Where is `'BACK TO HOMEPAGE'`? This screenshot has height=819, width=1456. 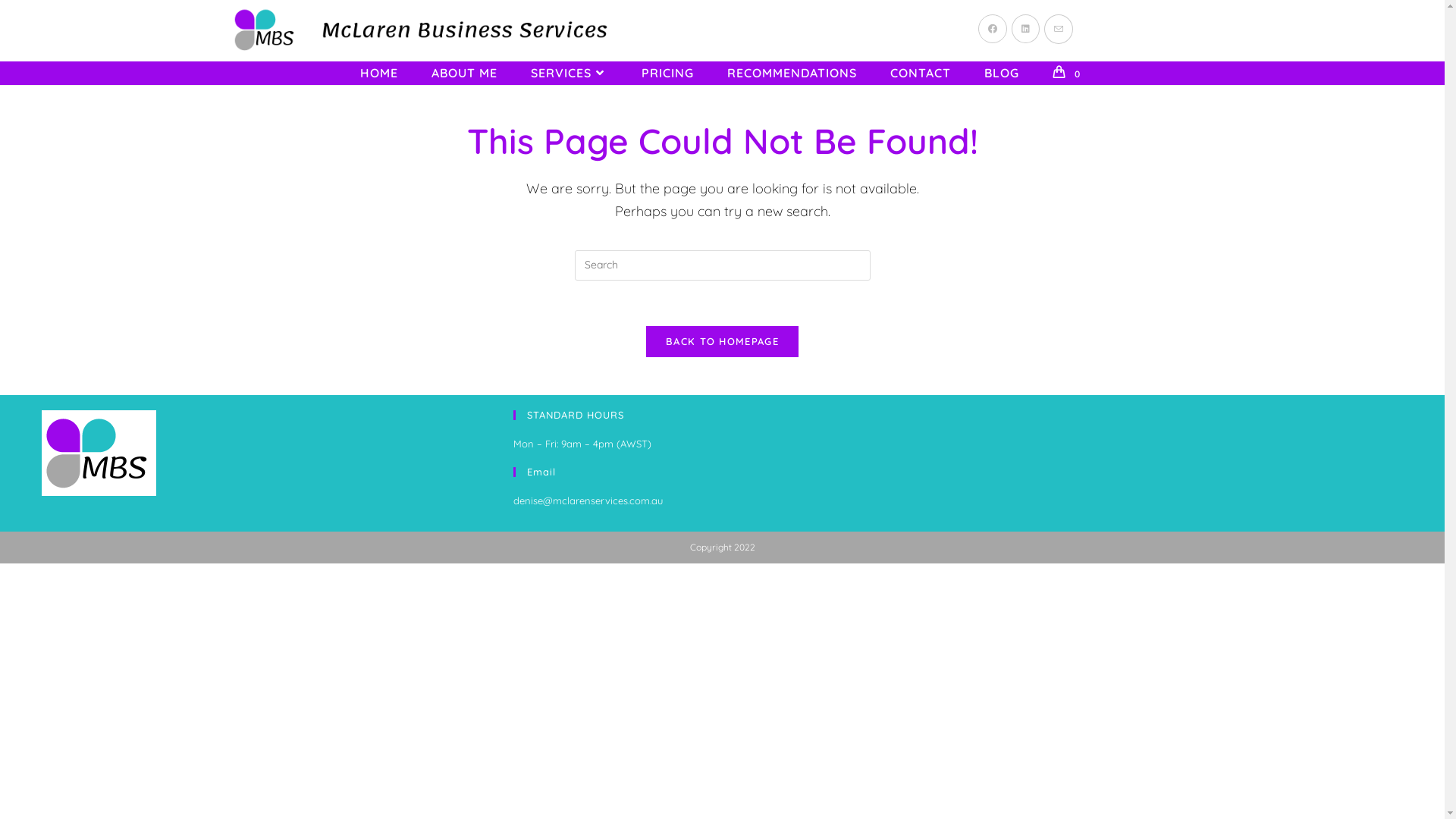 'BACK TO HOMEPAGE' is located at coordinates (721, 341).